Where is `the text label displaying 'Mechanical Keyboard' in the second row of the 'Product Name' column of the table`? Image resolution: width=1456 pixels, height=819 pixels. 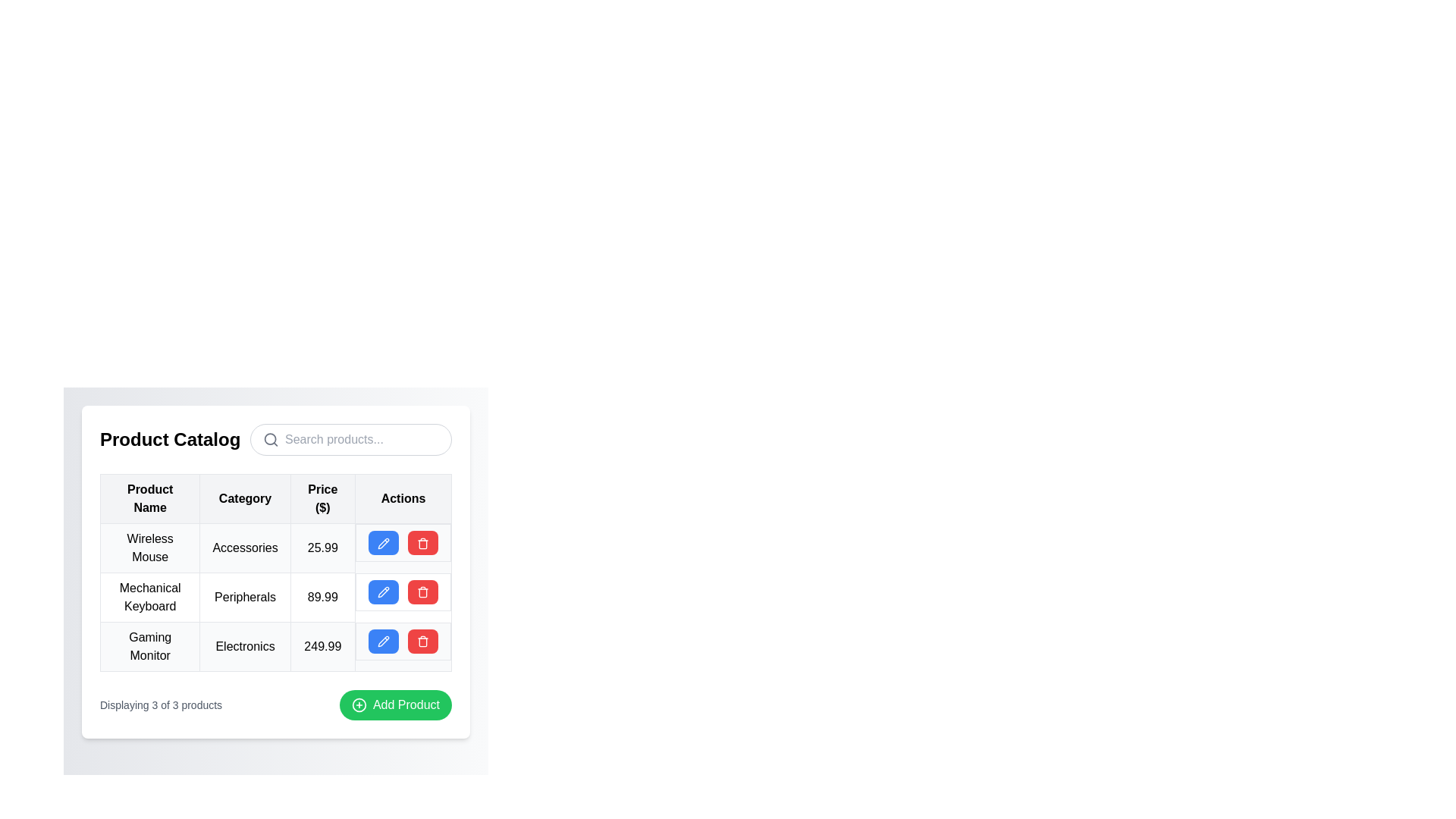
the text label displaying 'Mechanical Keyboard' in the second row of the 'Product Name' column of the table is located at coordinates (150, 596).